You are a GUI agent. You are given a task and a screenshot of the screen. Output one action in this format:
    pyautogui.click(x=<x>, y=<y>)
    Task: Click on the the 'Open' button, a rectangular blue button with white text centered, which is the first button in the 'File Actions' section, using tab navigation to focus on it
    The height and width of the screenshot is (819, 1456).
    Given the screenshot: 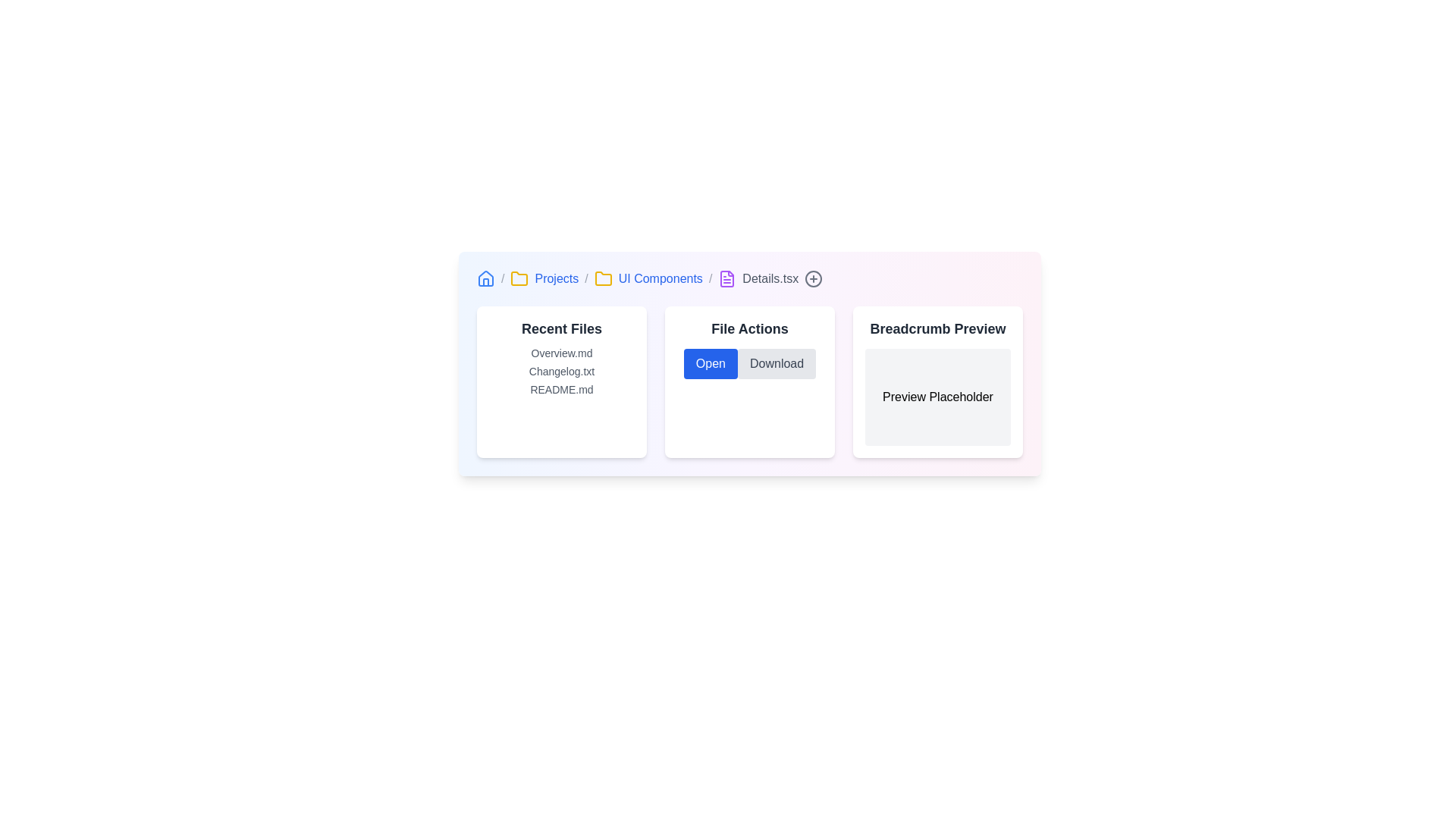 What is the action you would take?
    pyautogui.click(x=710, y=363)
    